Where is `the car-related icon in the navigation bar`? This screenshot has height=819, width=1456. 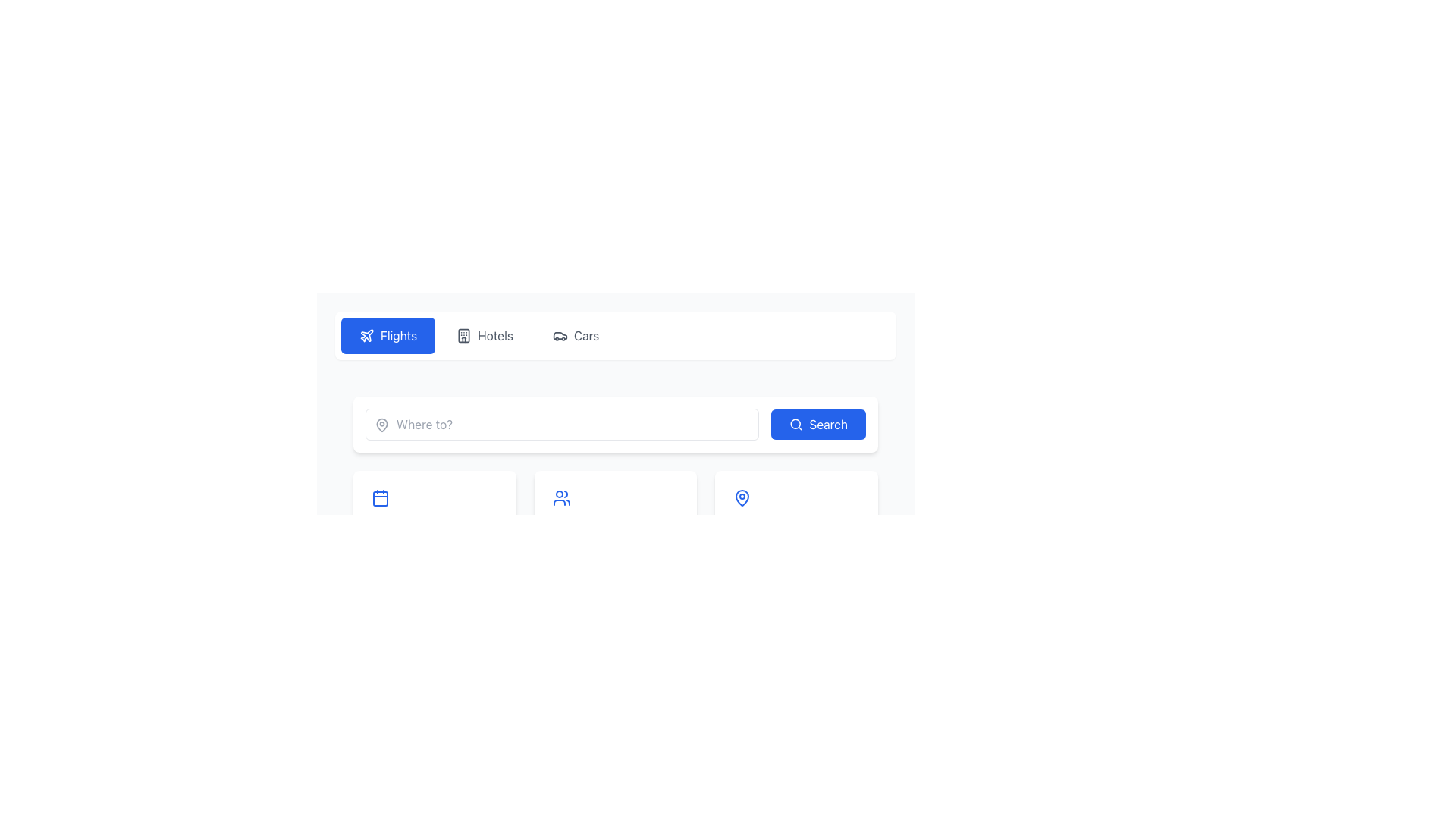 the car-related icon in the navigation bar is located at coordinates (559, 335).